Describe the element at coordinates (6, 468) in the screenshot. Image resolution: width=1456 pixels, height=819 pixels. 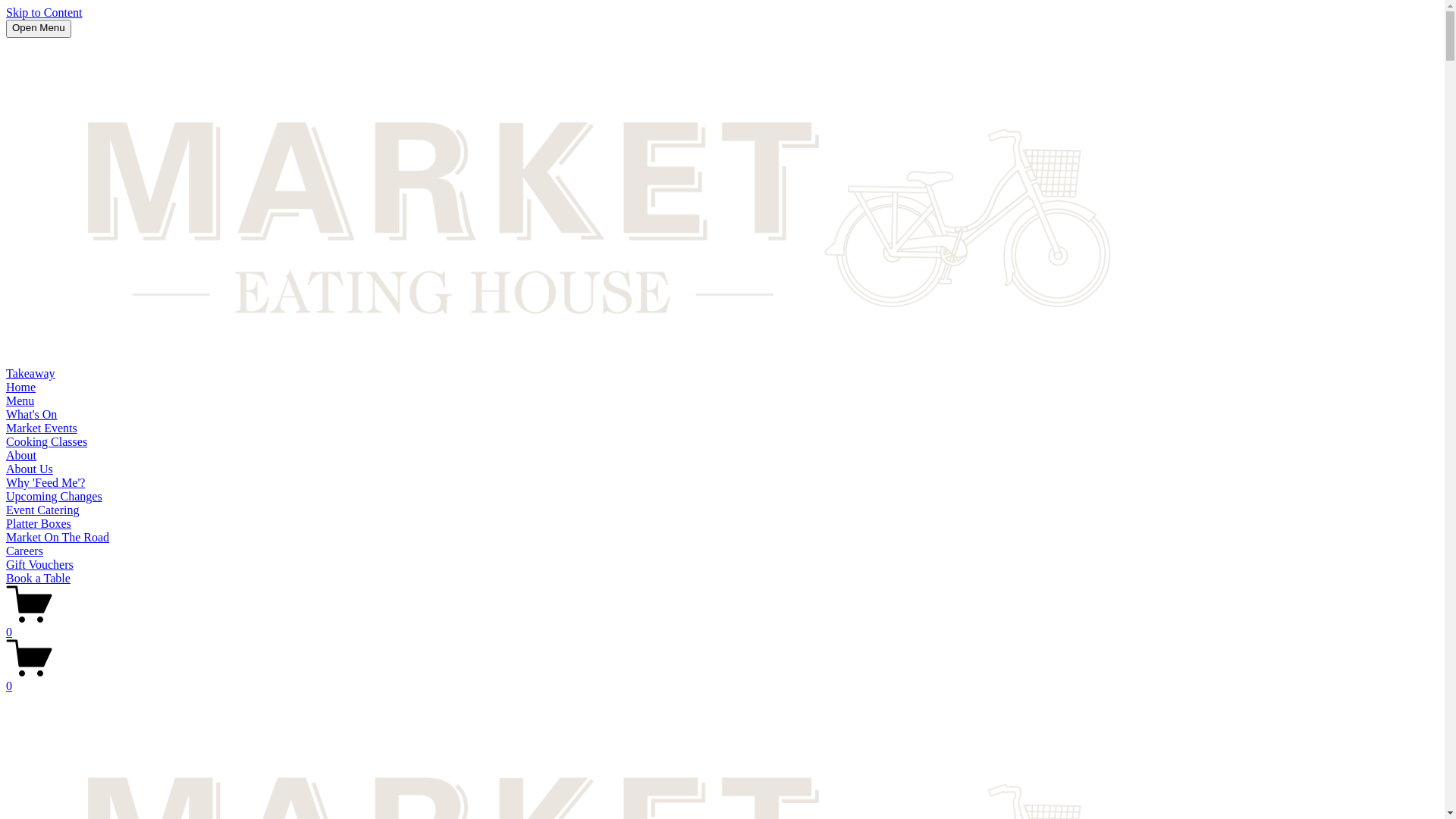
I see `'About Us'` at that location.